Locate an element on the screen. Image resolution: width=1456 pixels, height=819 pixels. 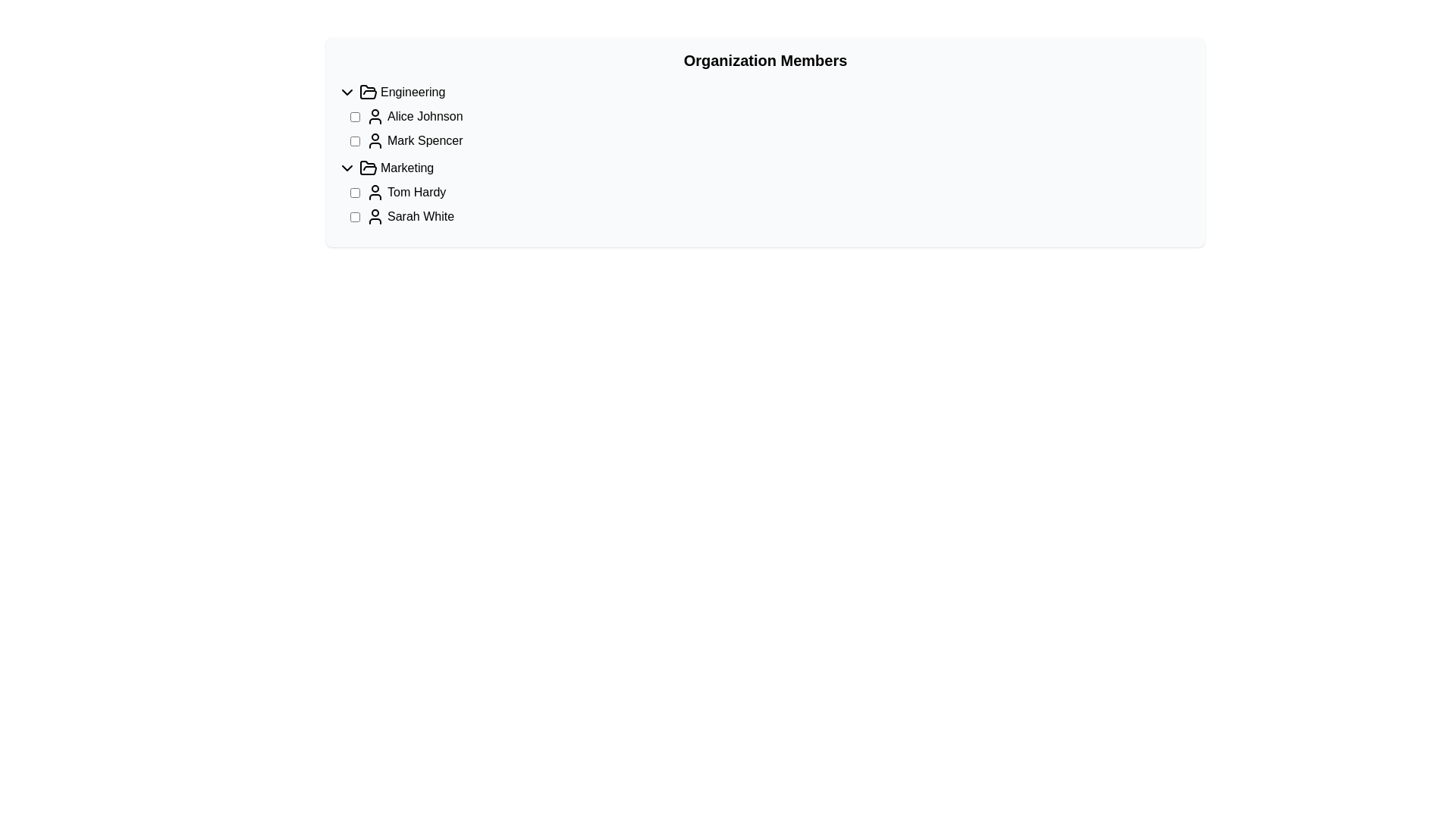
the open folder icon located to the left of the text 'Engineering' in the top row of the organization members list is located at coordinates (368, 93).